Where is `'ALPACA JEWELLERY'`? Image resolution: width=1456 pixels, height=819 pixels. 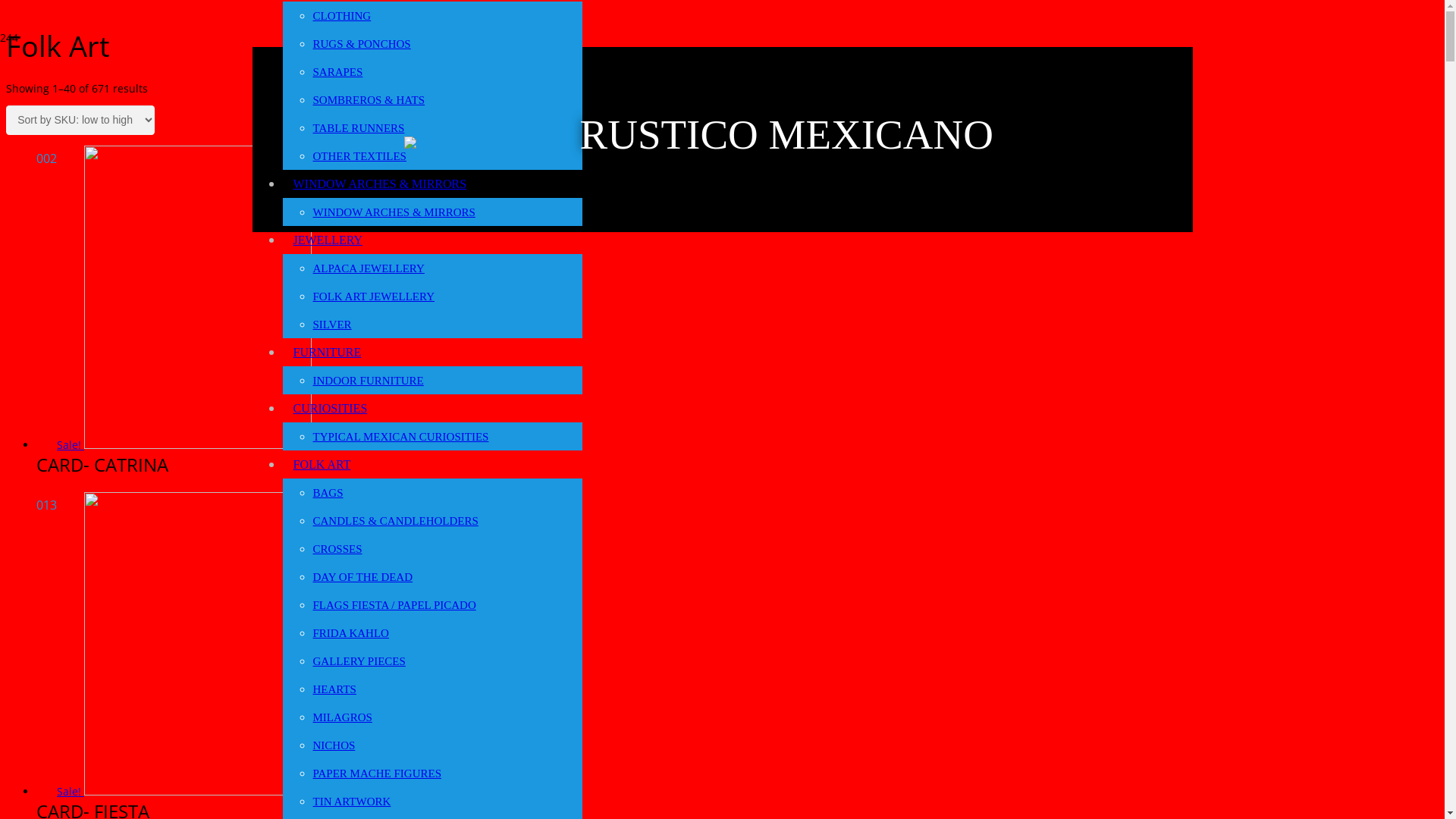 'ALPACA JEWELLERY' is located at coordinates (368, 268).